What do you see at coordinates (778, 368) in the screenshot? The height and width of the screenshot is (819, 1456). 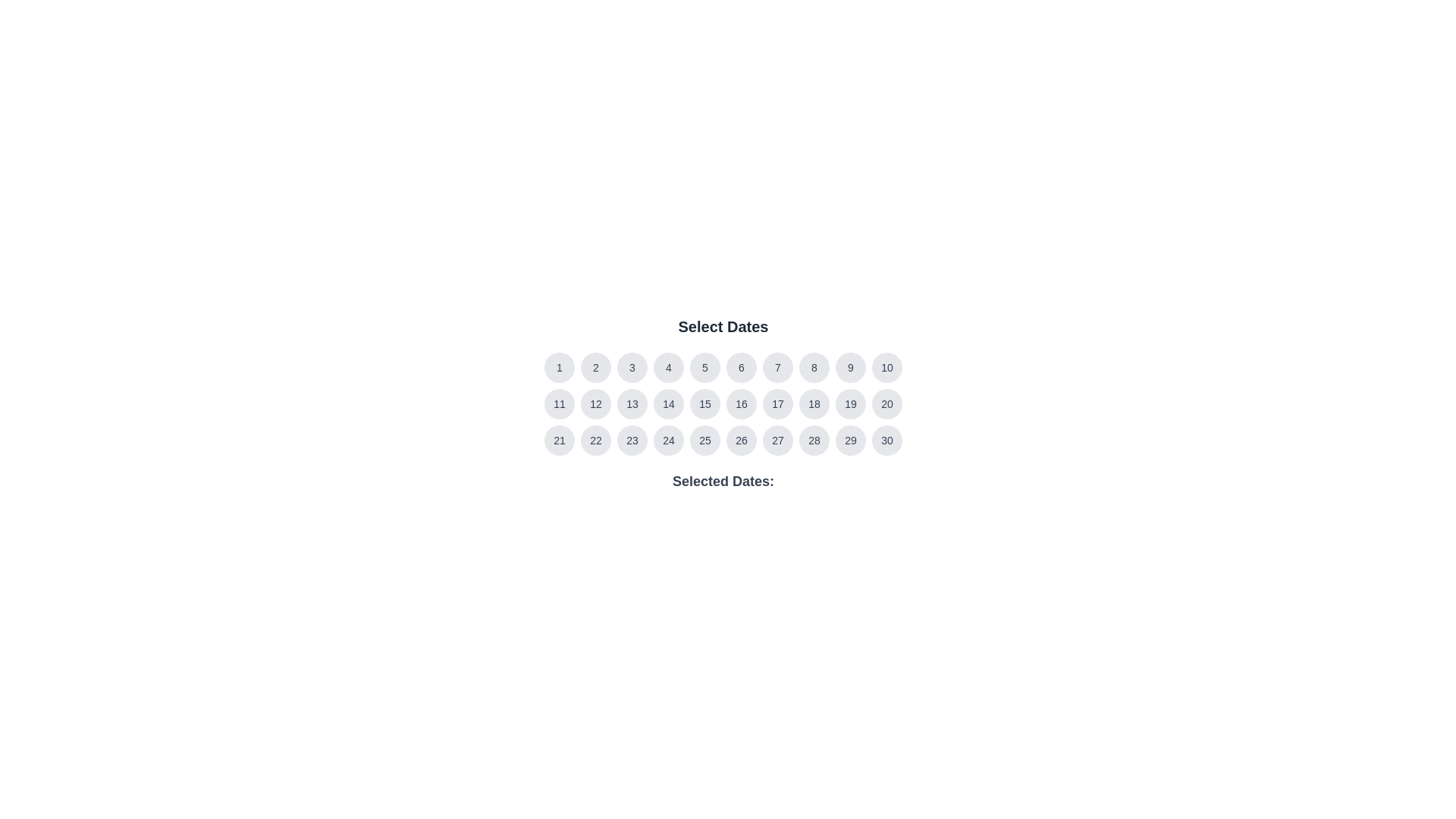 I see `the interactive button for selecting the date represented by the number '7', located in the grid layout between elements '6' and '8'` at bounding box center [778, 368].